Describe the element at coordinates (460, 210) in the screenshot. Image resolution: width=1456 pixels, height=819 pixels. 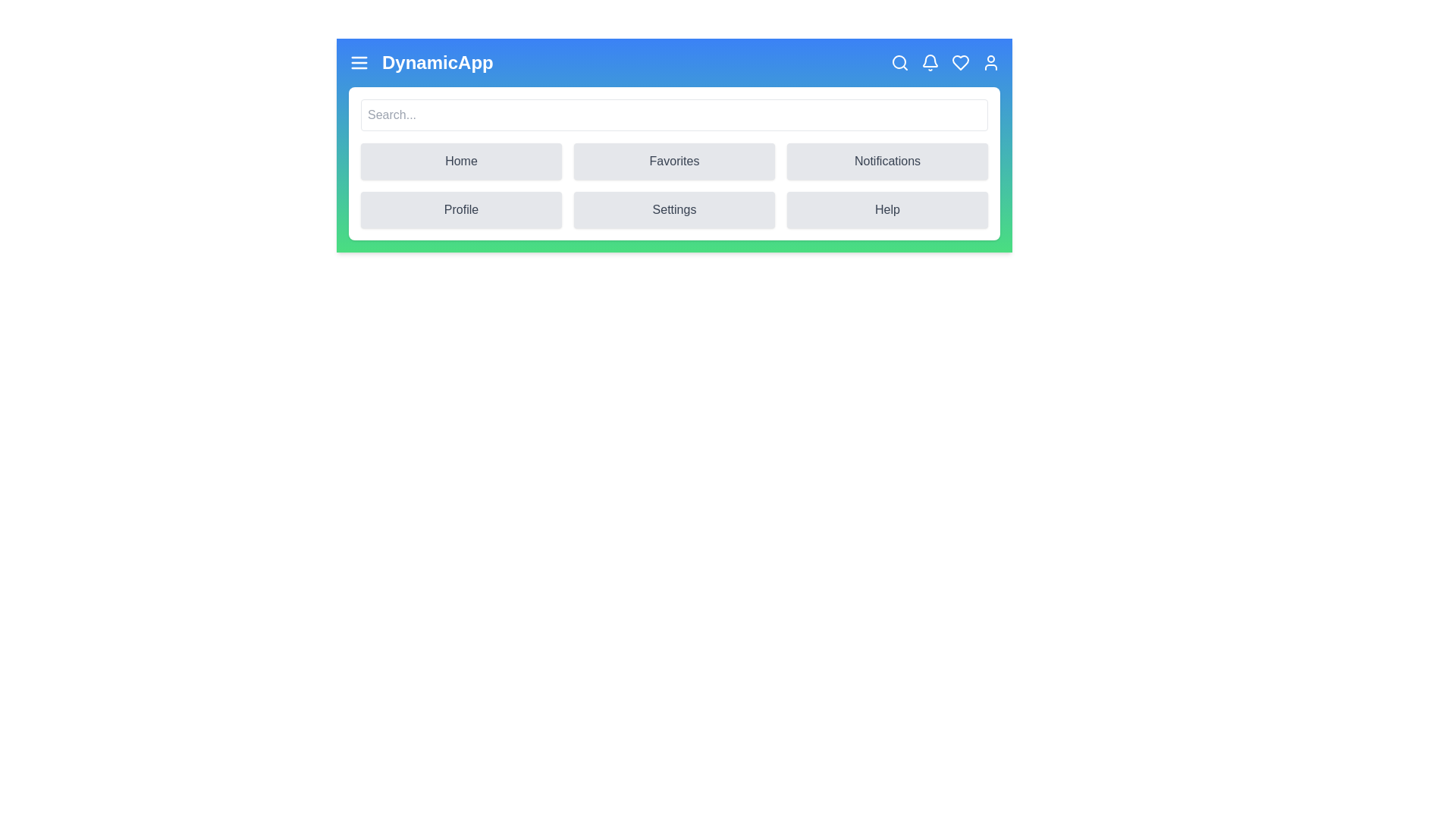
I see `the 'Profile' button in the menu` at that location.